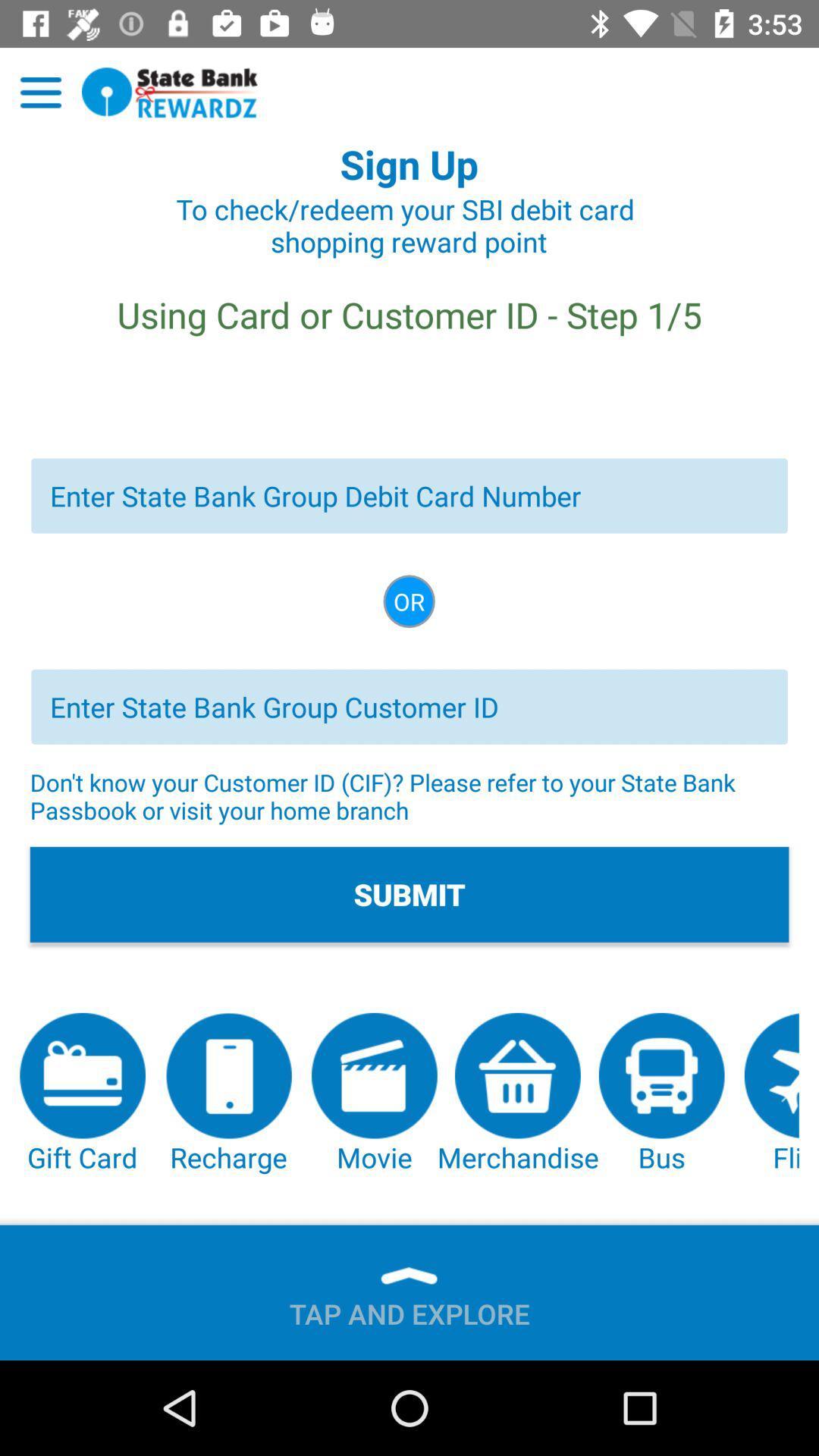 This screenshot has height=1456, width=819. Describe the element at coordinates (409, 495) in the screenshot. I see `state bank group debit card number` at that location.